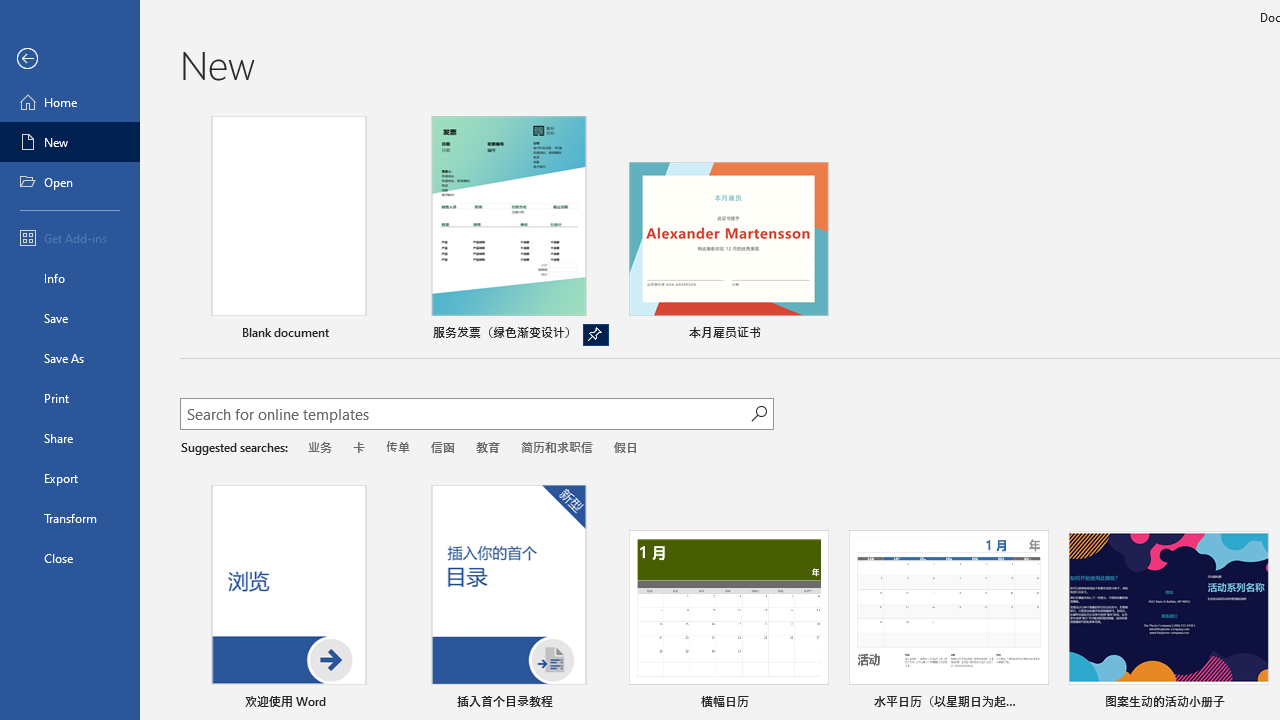 This screenshot has height=720, width=1280. Describe the element at coordinates (464, 415) in the screenshot. I see `'Search for online templates'` at that location.